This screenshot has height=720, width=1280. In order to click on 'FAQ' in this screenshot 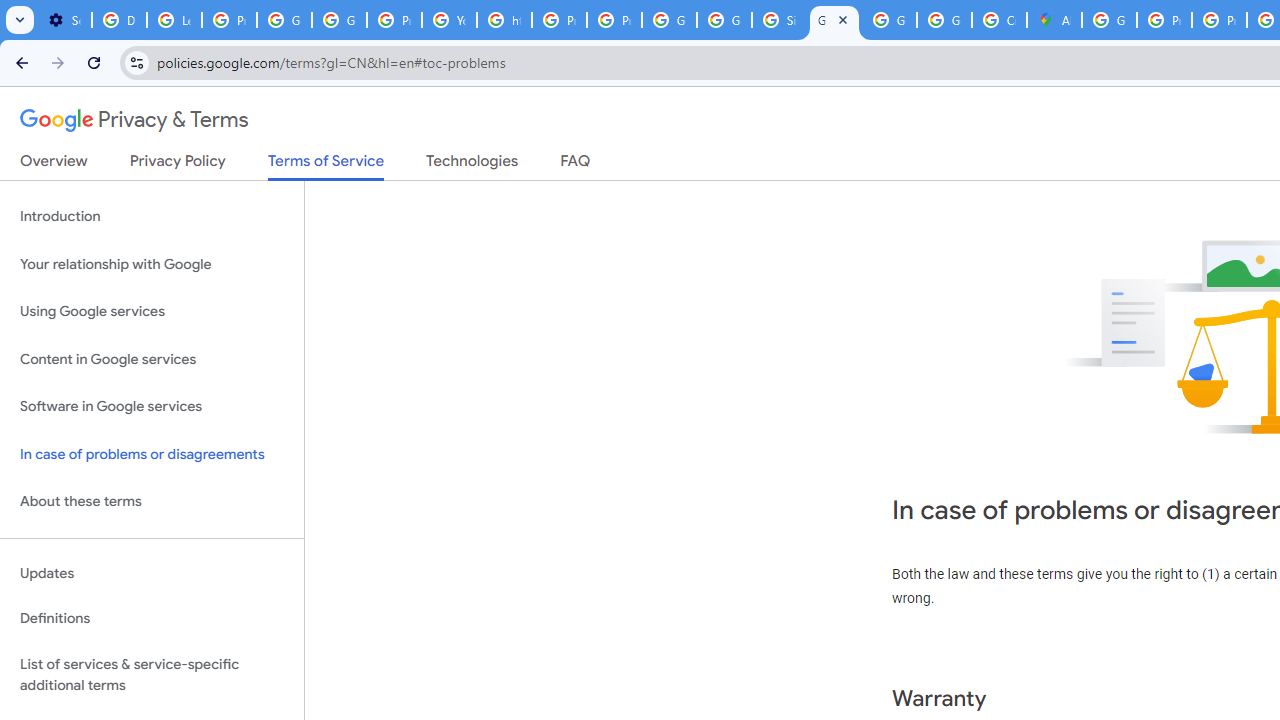, I will do `click(575, 164)`.